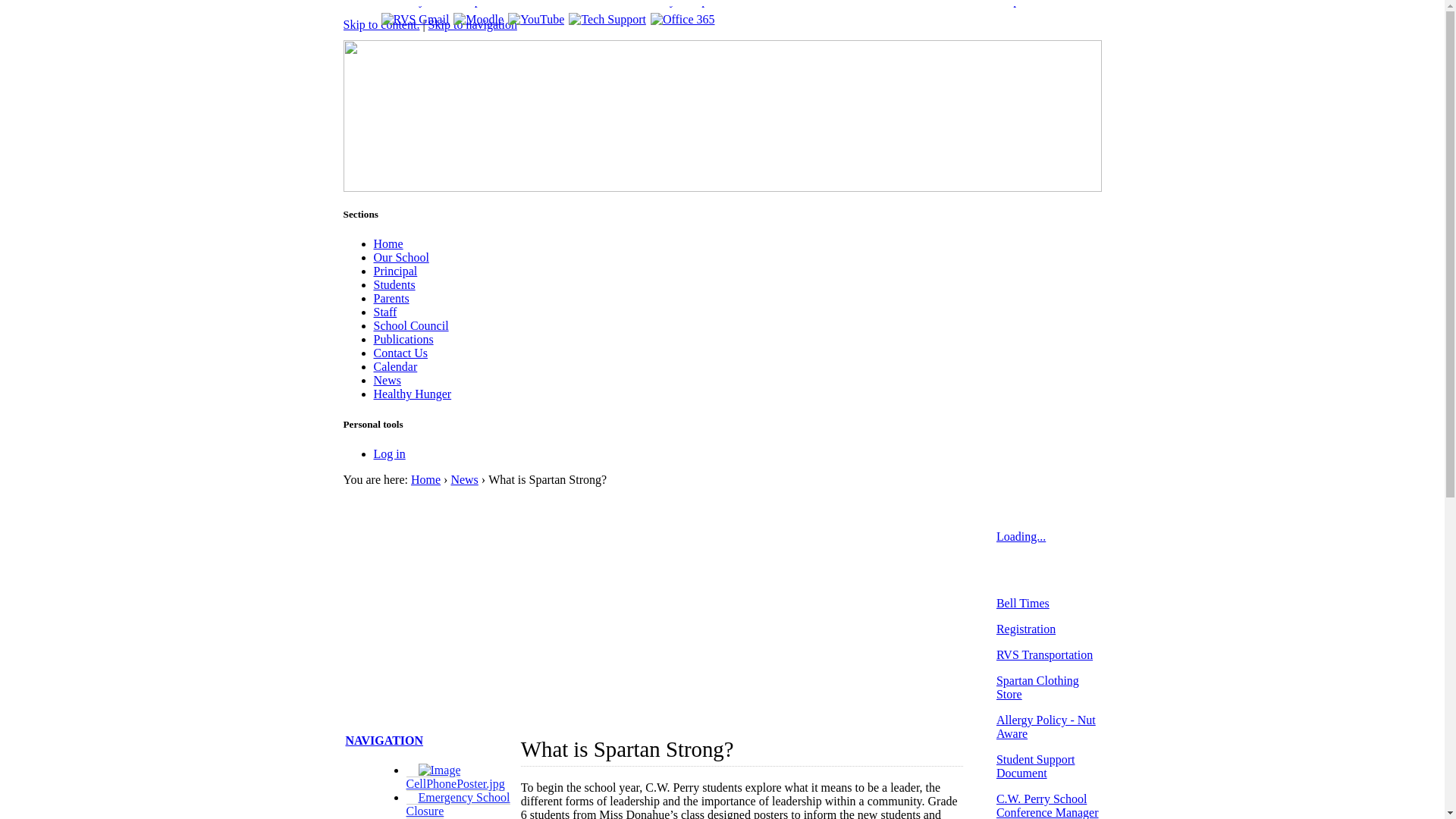 Image resolution: width=1456 pixels, height=819 pixels. Describe the element at coordinates (388, 243) in the screenshot. I see `'Home'` at that location.